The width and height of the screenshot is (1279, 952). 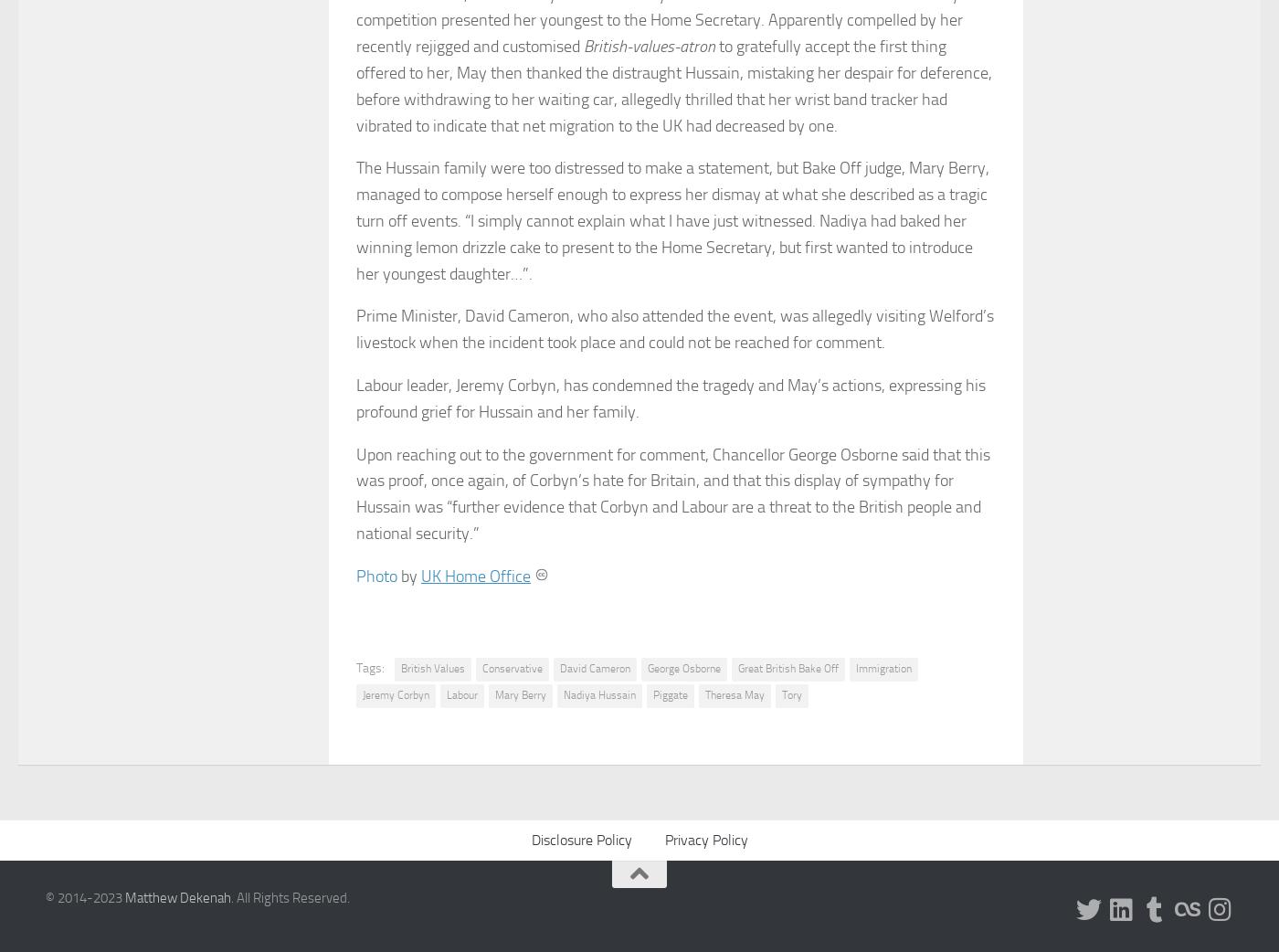 I want to click on '. All Rights Reserved.', so click(x=230, y=896).